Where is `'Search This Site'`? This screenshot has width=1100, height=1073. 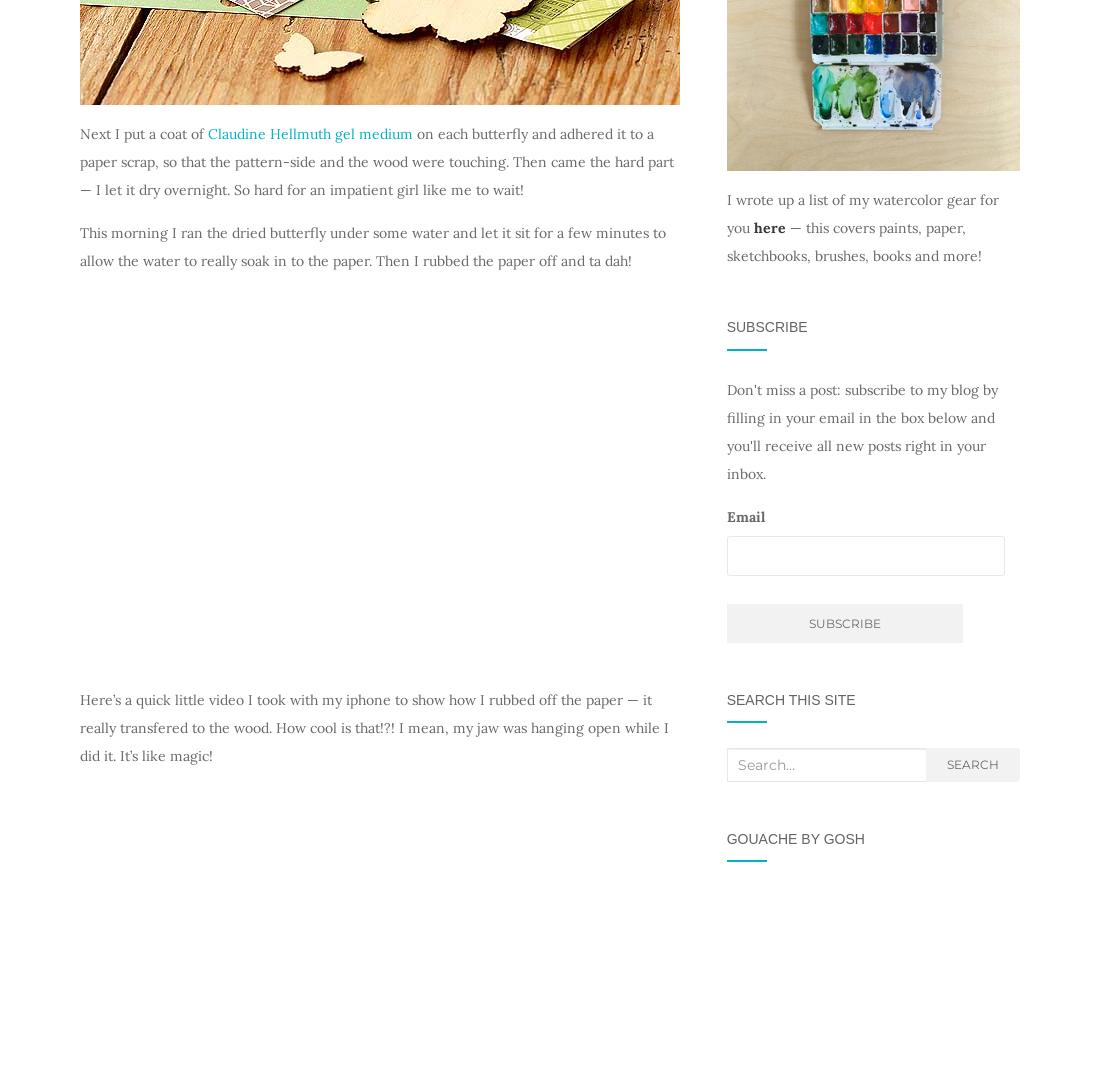 'Search This Site' is located at coordinates (790, 698).